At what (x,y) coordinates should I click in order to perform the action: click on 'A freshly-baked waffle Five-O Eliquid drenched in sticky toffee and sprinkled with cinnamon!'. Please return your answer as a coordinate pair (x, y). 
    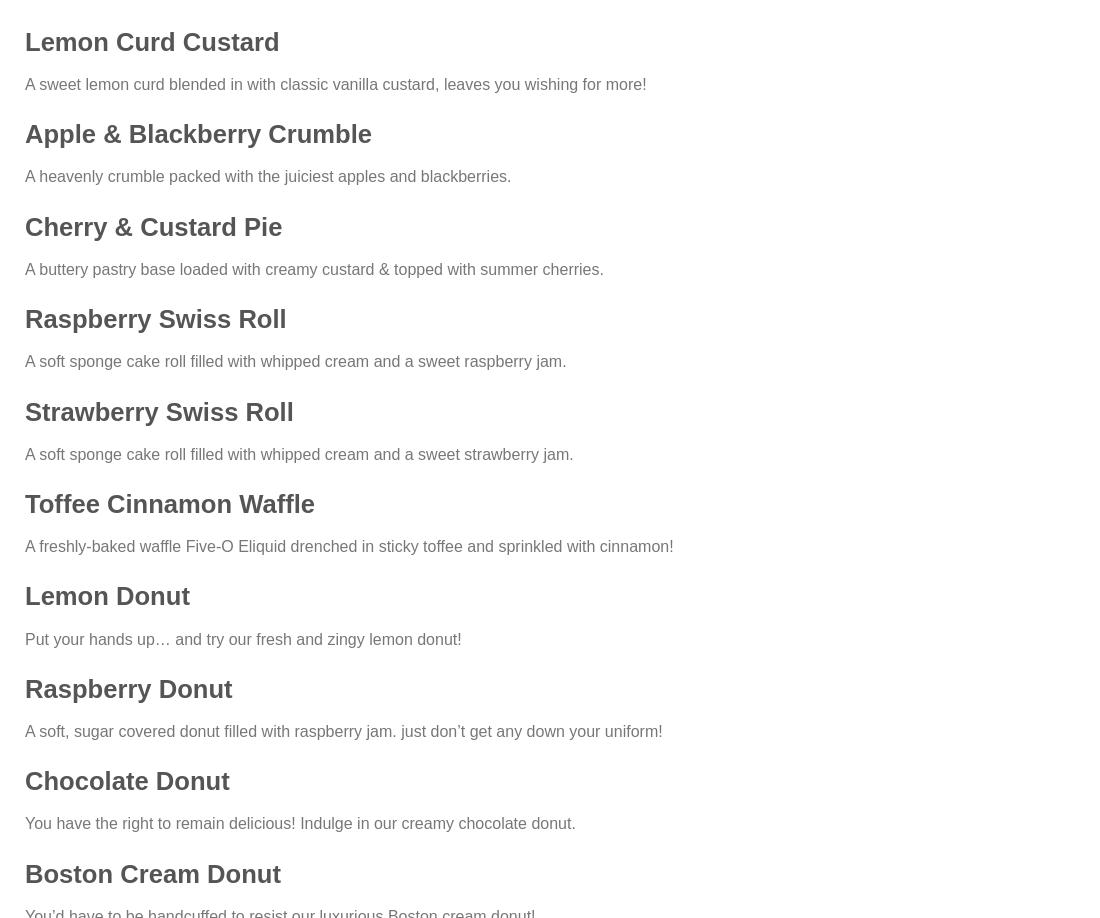
    Looking at the image, I should click on (23, 545).